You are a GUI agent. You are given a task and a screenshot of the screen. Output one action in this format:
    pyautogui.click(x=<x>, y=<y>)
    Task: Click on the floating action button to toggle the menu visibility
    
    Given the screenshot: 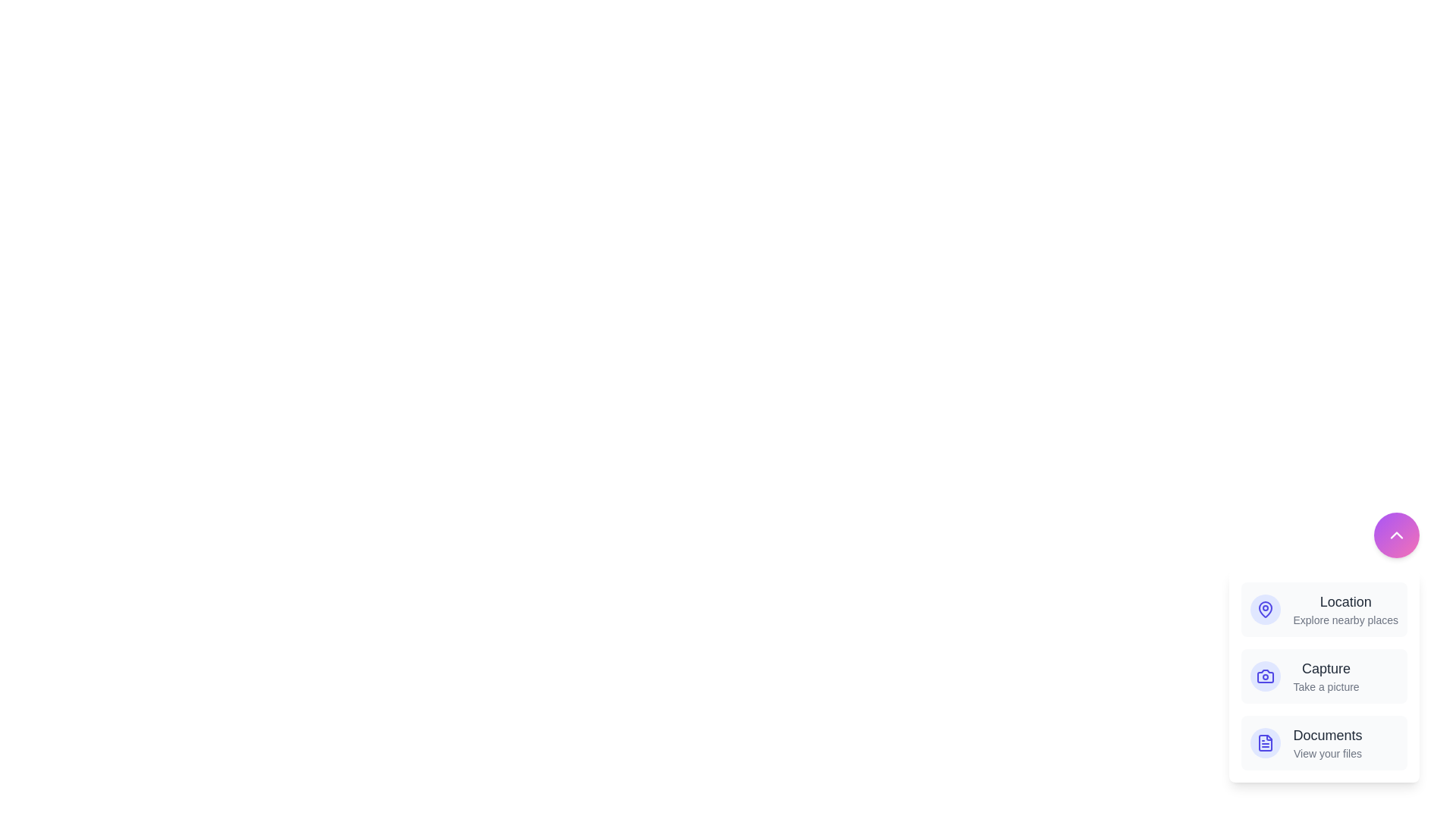 What is the action you would take?
    pyautogui.click(x=1396, y=534)
    